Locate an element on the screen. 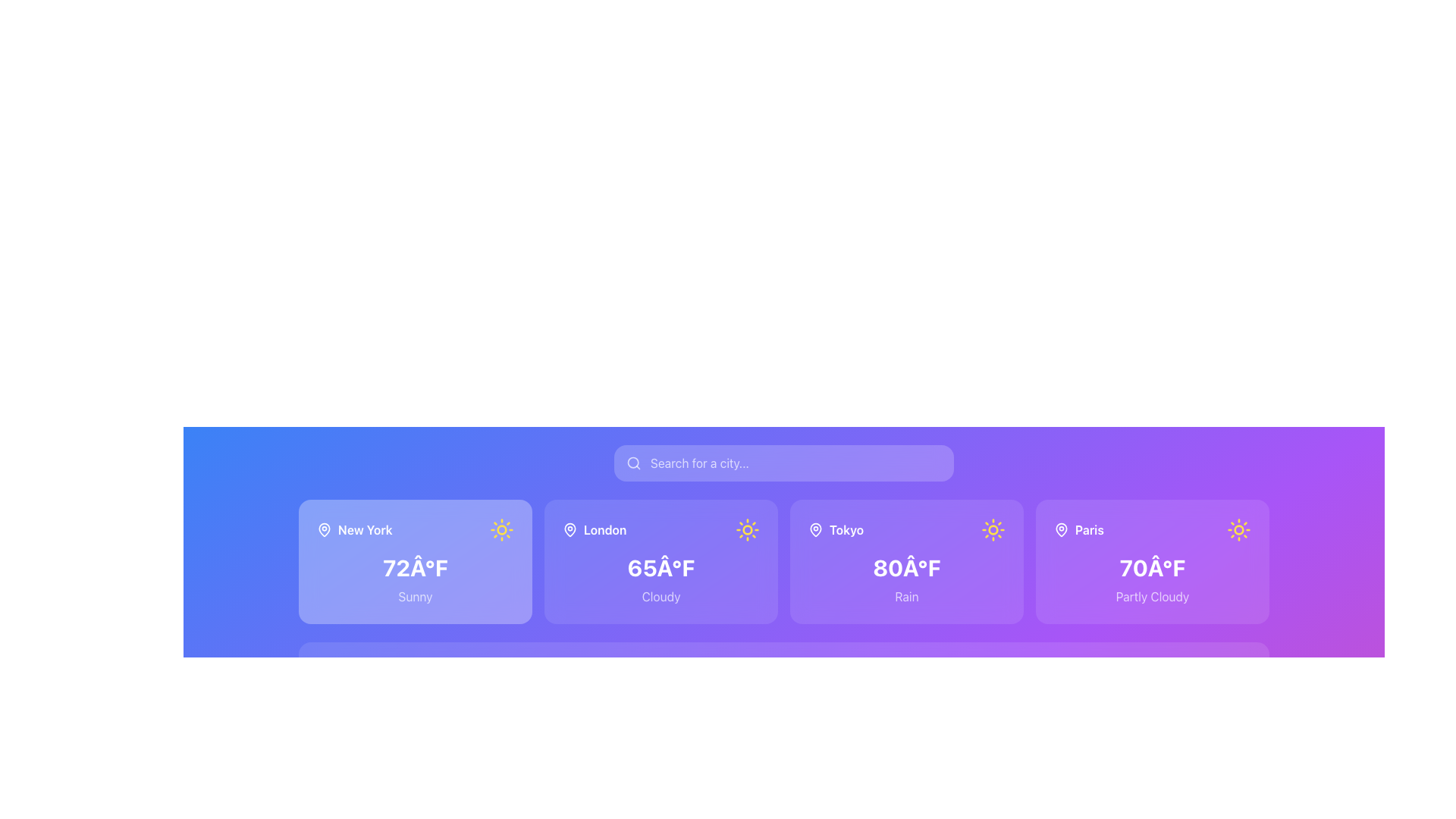 The width and height of the screenshot is (1456, 819). the text label displaying 'London' in white, styled with a bold font, which is positioned in the middle row of the weather information layout, specifically in the second card from the left is located at coordinates (604, 529).